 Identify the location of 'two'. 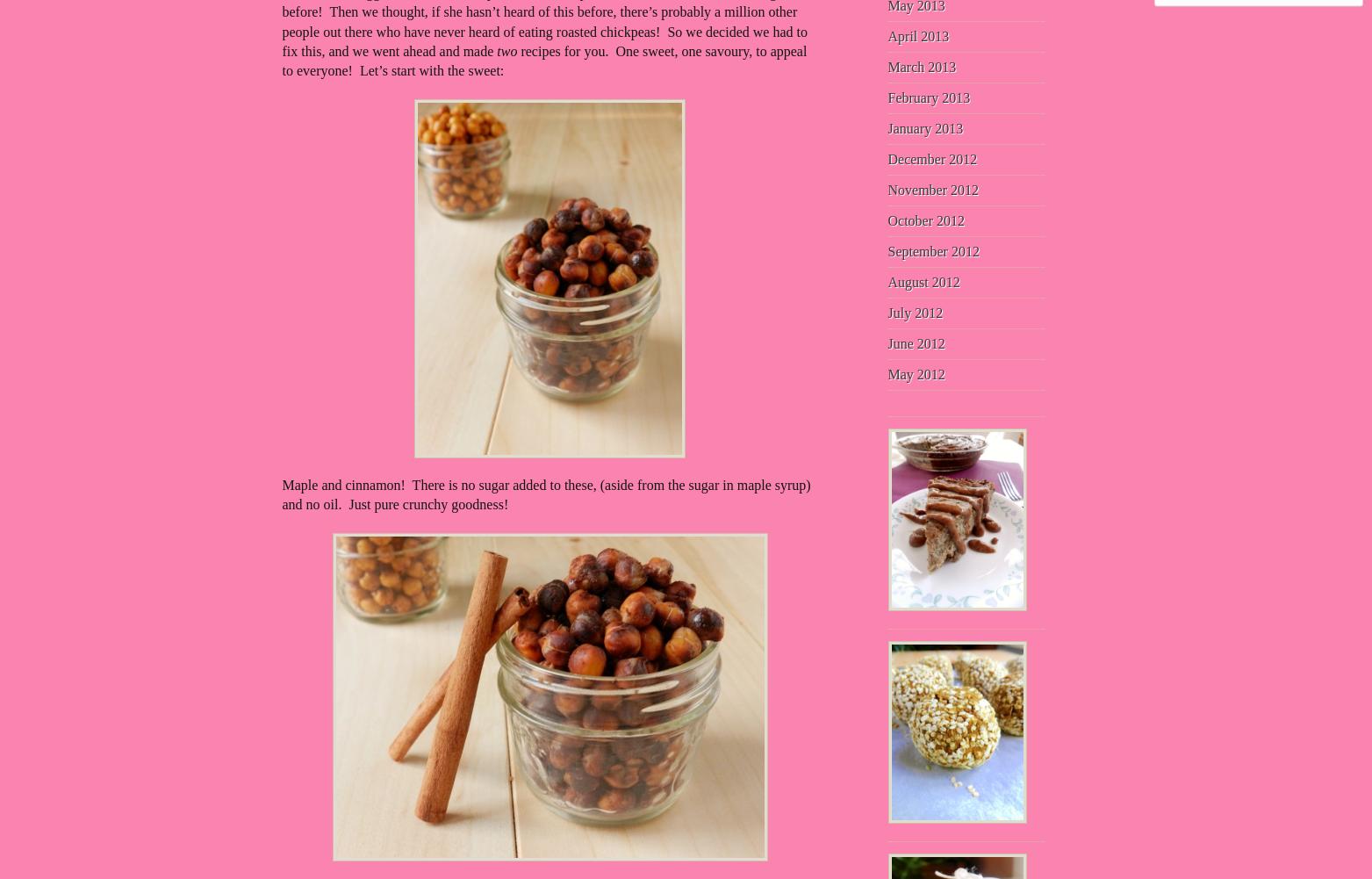
(495, 50).